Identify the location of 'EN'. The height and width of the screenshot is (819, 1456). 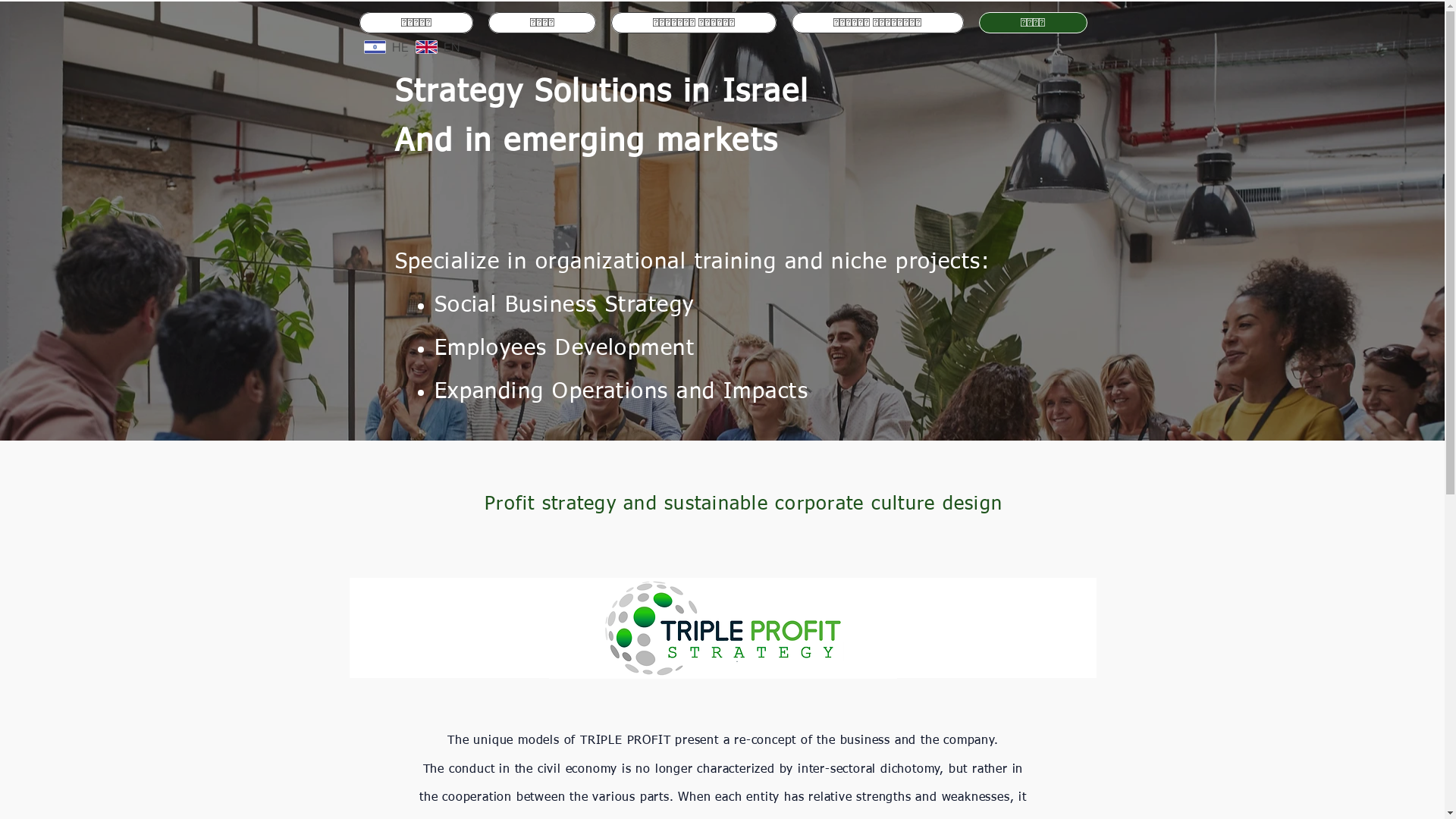
(437, 45).